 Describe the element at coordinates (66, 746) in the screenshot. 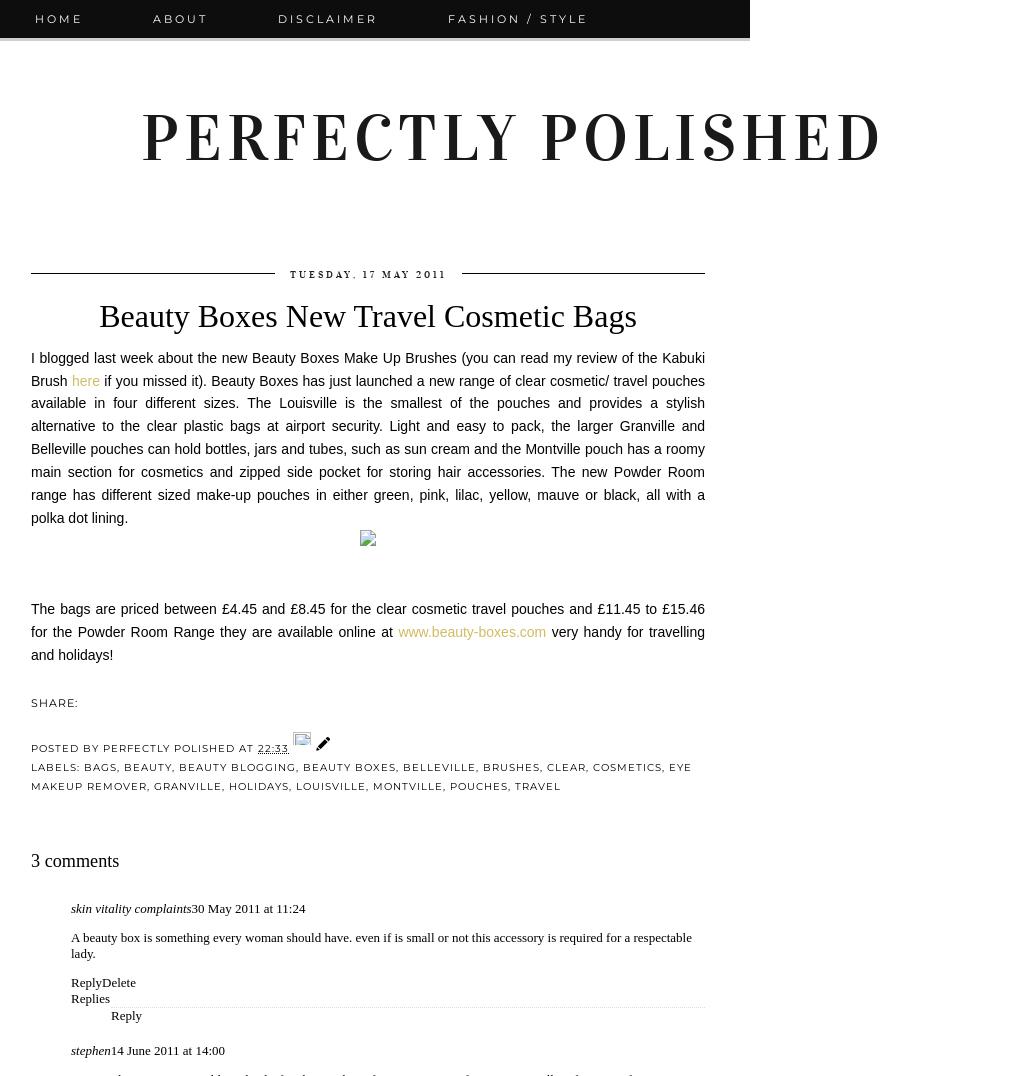

I see `'Posted by'` at that location.